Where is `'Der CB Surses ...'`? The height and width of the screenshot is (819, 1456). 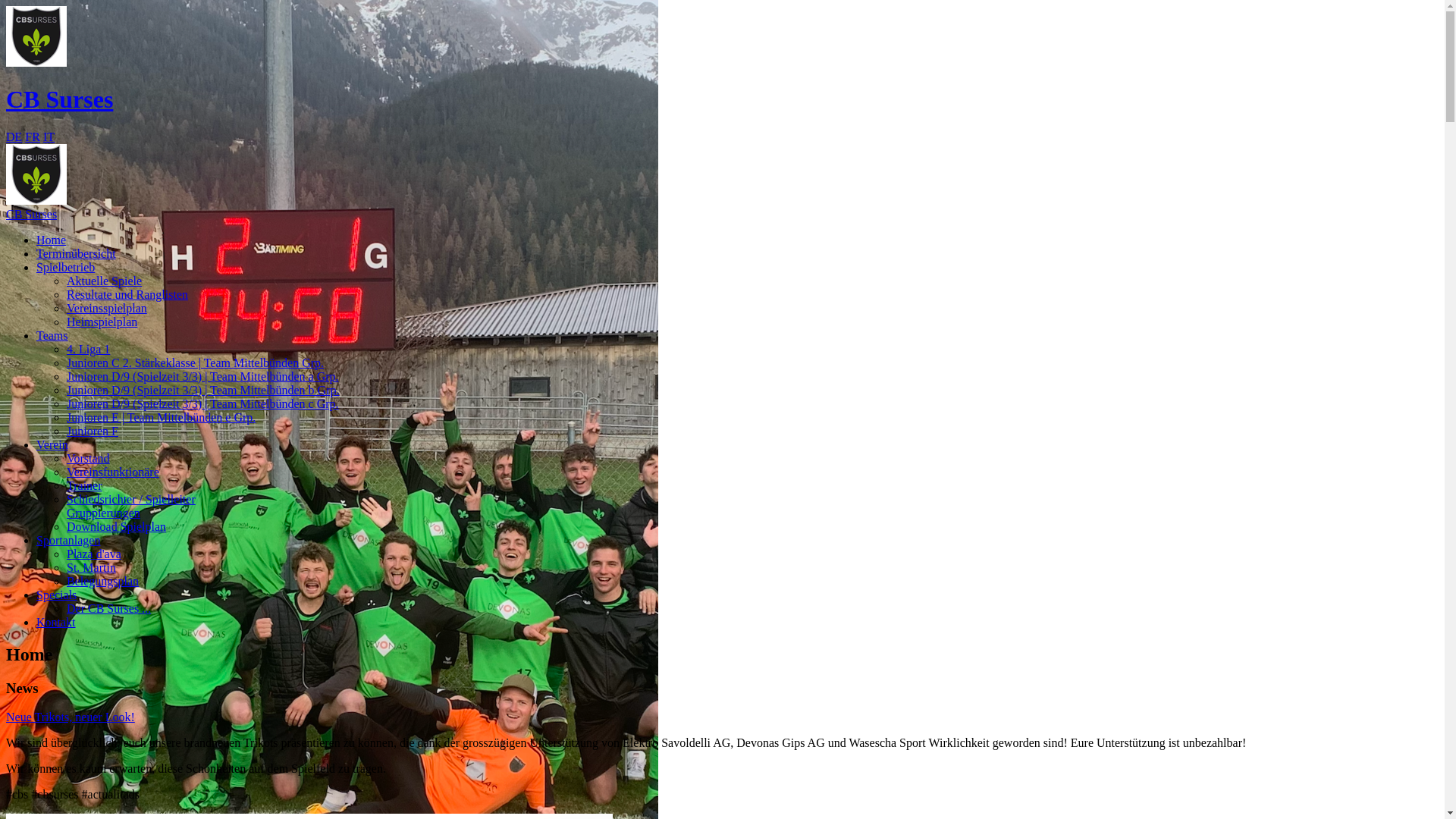 'Der CB Surses ...' is located at coordinates (108, 607).